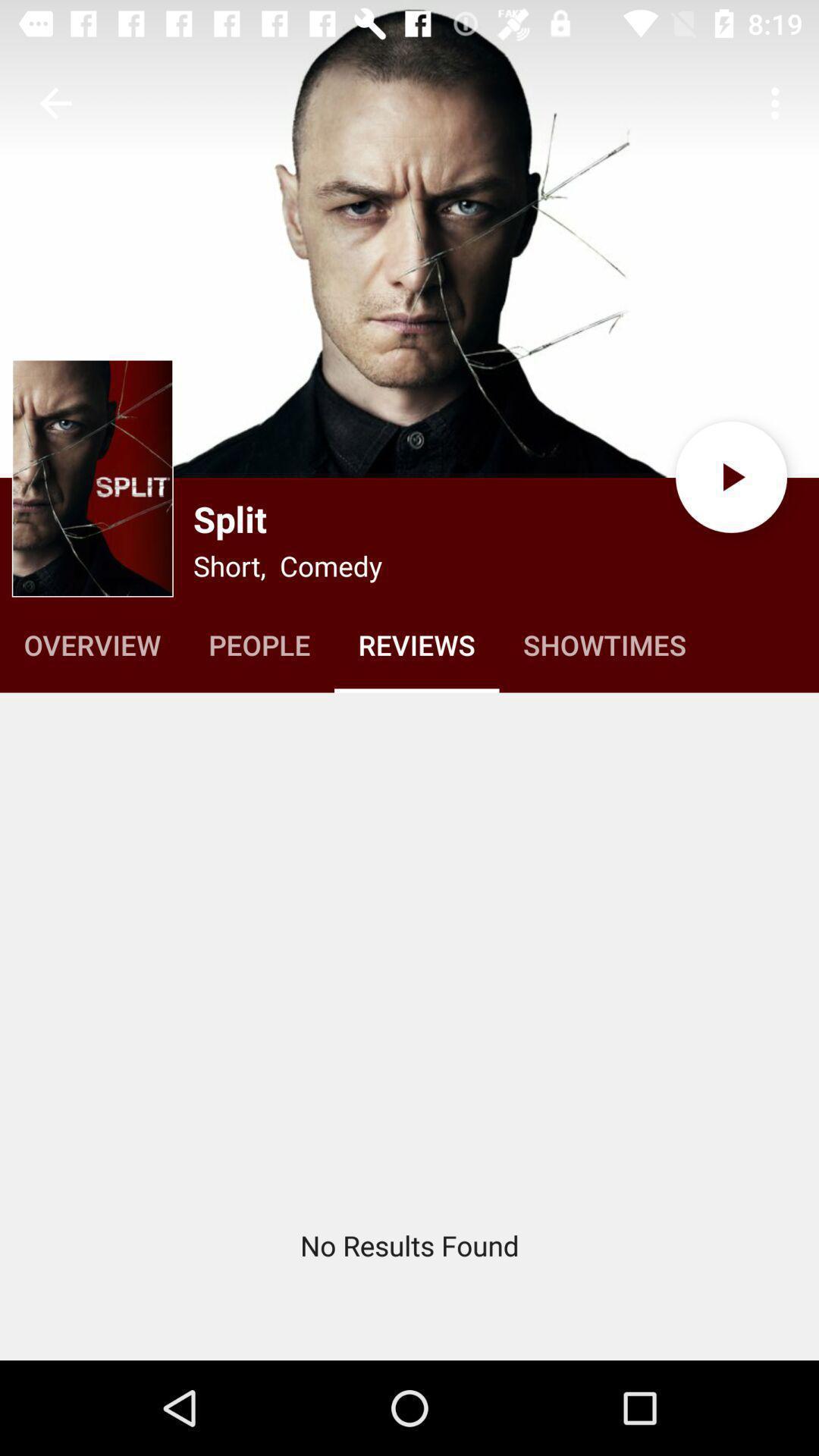  What do you see at coordinates (730, 476) in the screenshot?
I see `option` at bounding box center [730, 476].